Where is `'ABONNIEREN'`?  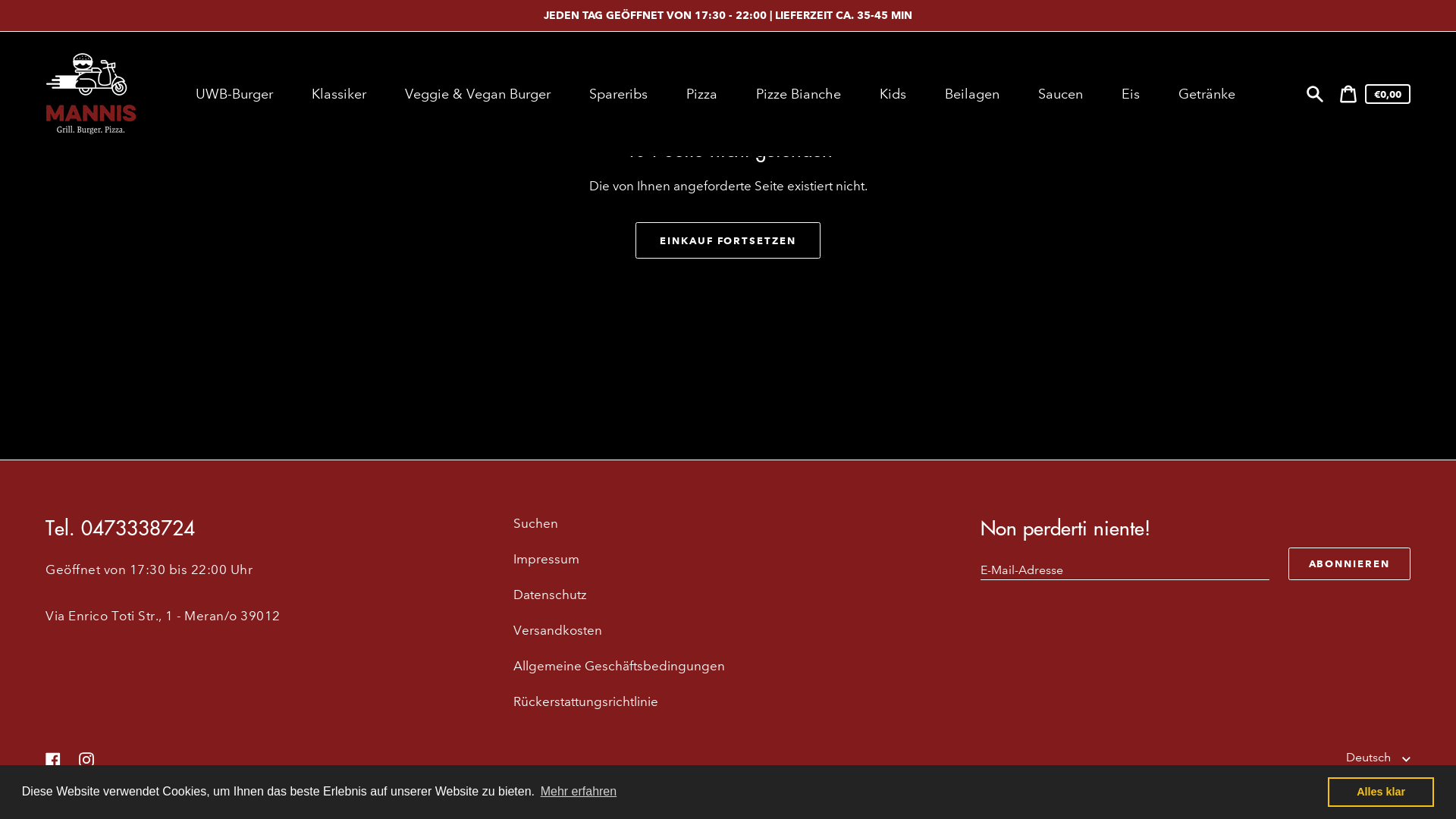
'ABONNIEREN' is located at coordinates (1349, 563).